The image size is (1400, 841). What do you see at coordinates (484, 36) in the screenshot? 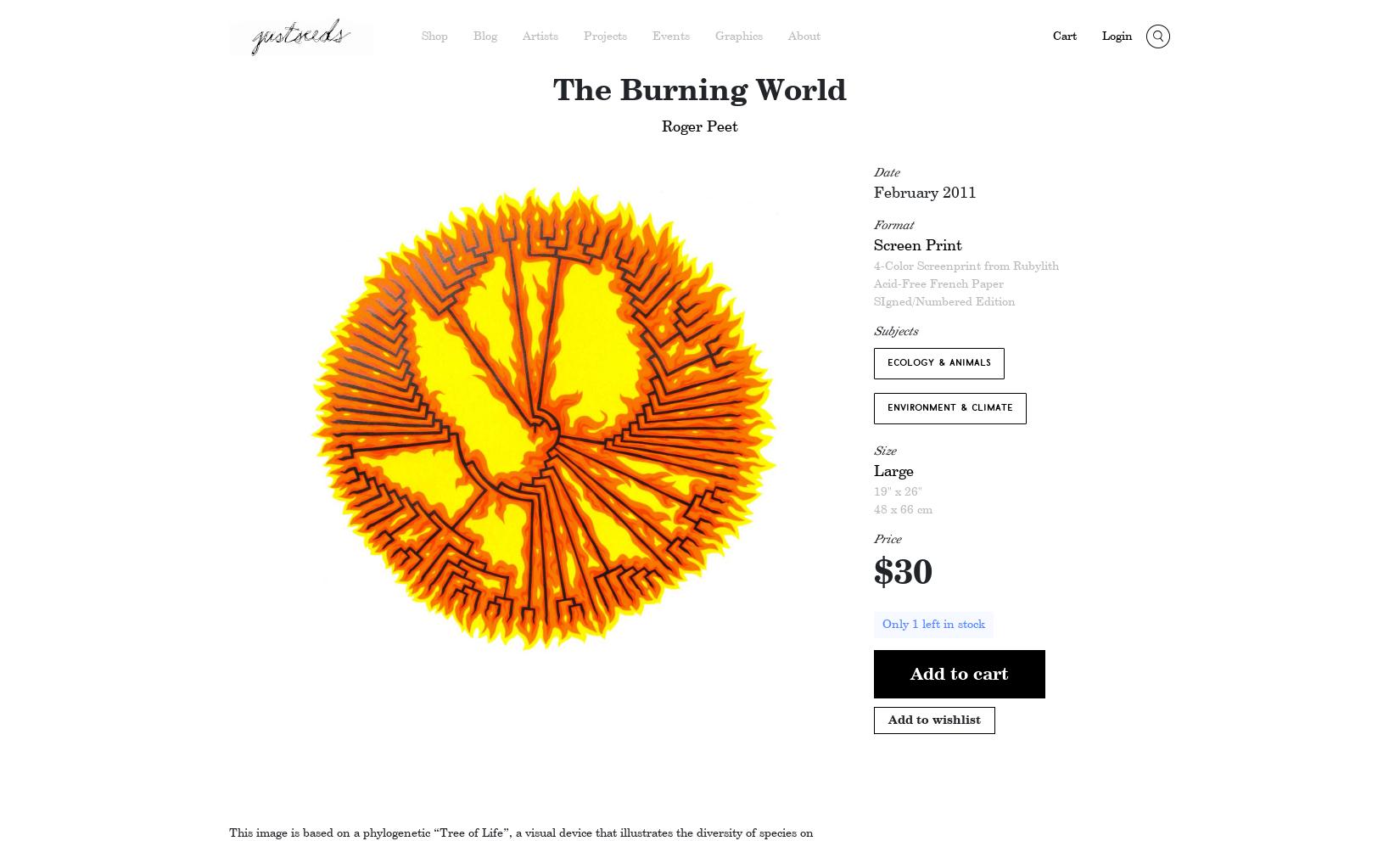
I see `'Blog'` at bounding box center [484, 36].